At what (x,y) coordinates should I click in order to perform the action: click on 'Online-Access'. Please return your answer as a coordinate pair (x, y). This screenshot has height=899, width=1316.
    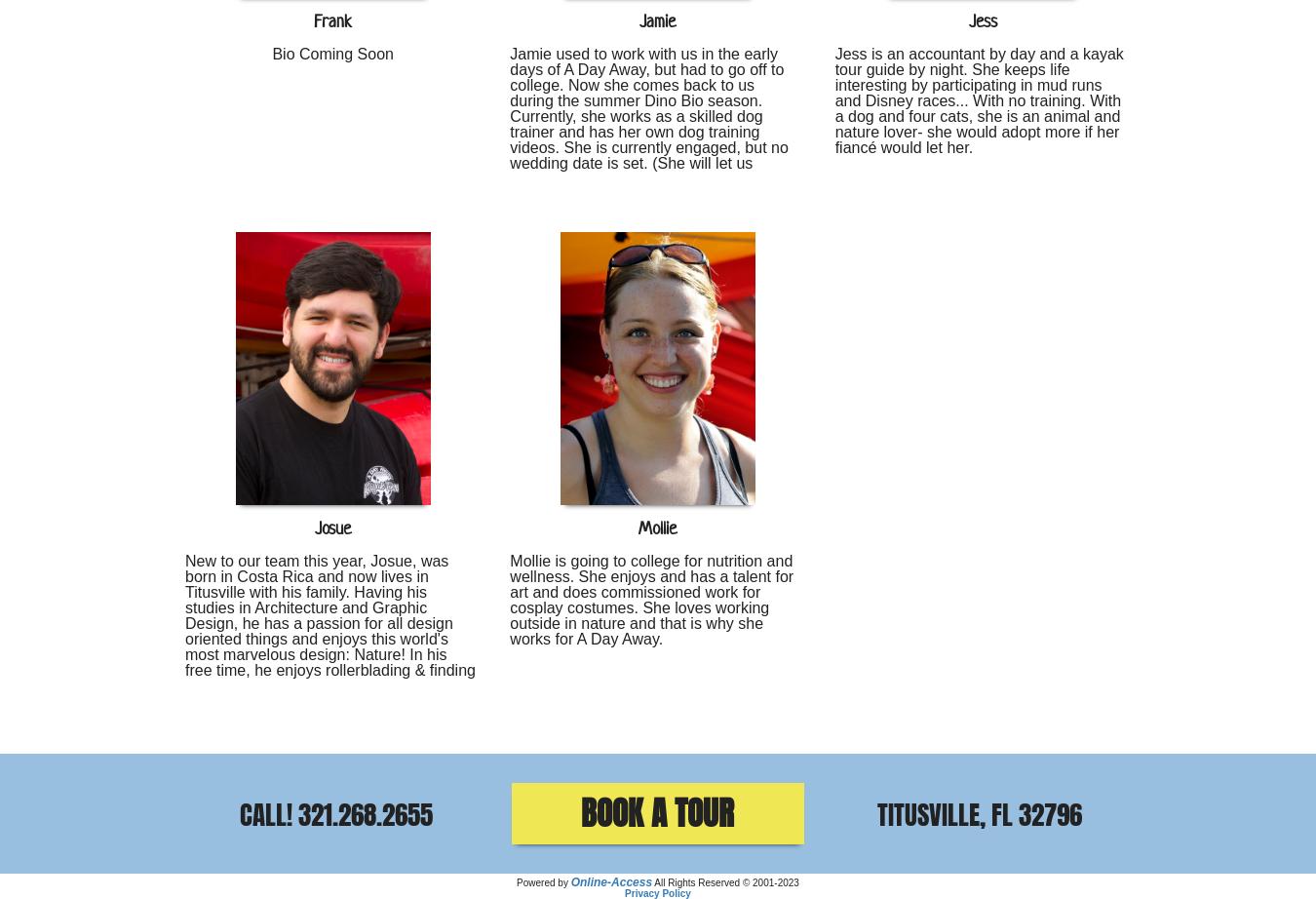
    Looking at the image, I should click on (610, 881).